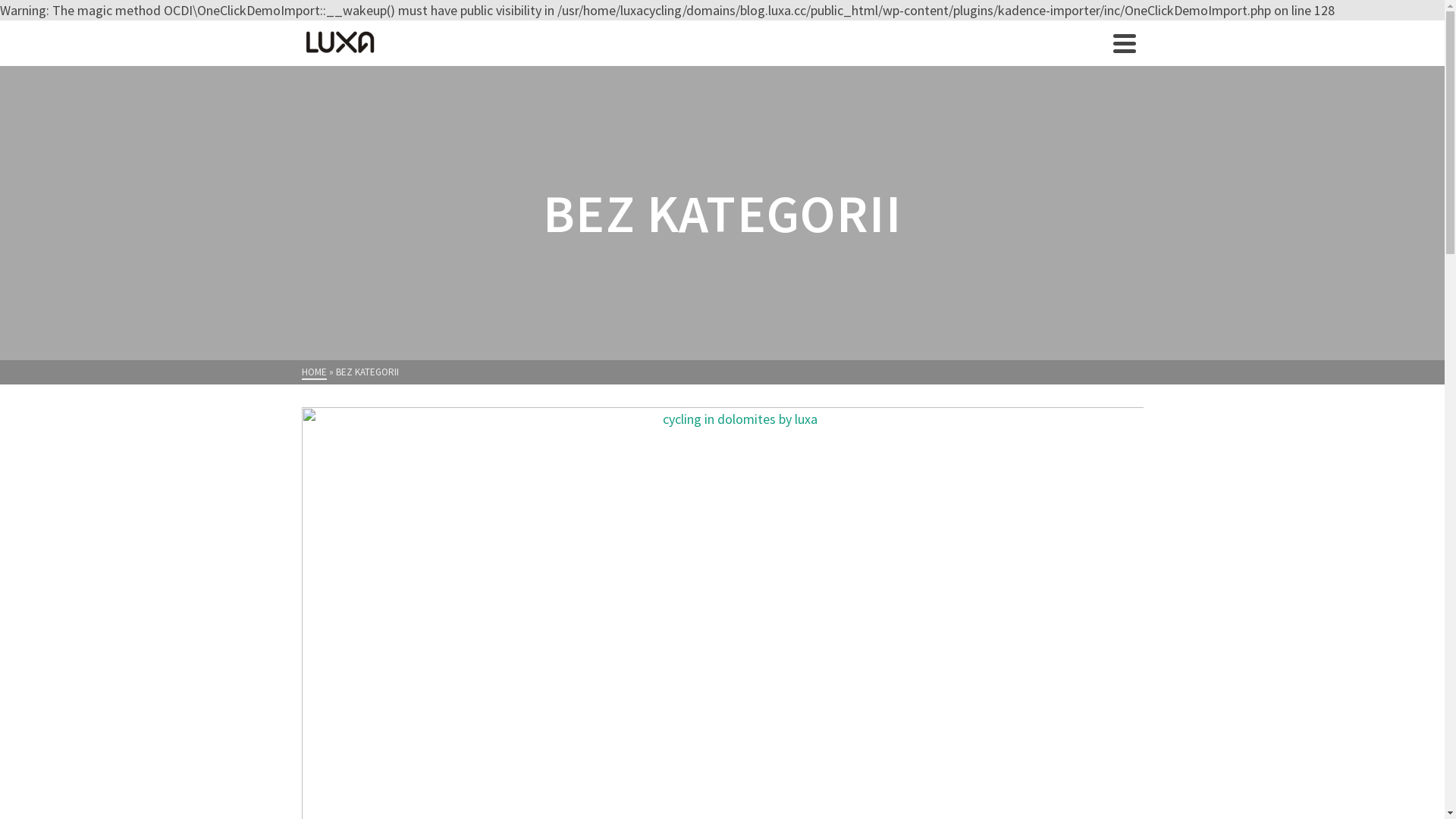 This screenshot has width=1456, height=819. What do you see at coordinates (313, 372) in the screenshot?
I see `'HOME'` at bounding box center [313, 372].